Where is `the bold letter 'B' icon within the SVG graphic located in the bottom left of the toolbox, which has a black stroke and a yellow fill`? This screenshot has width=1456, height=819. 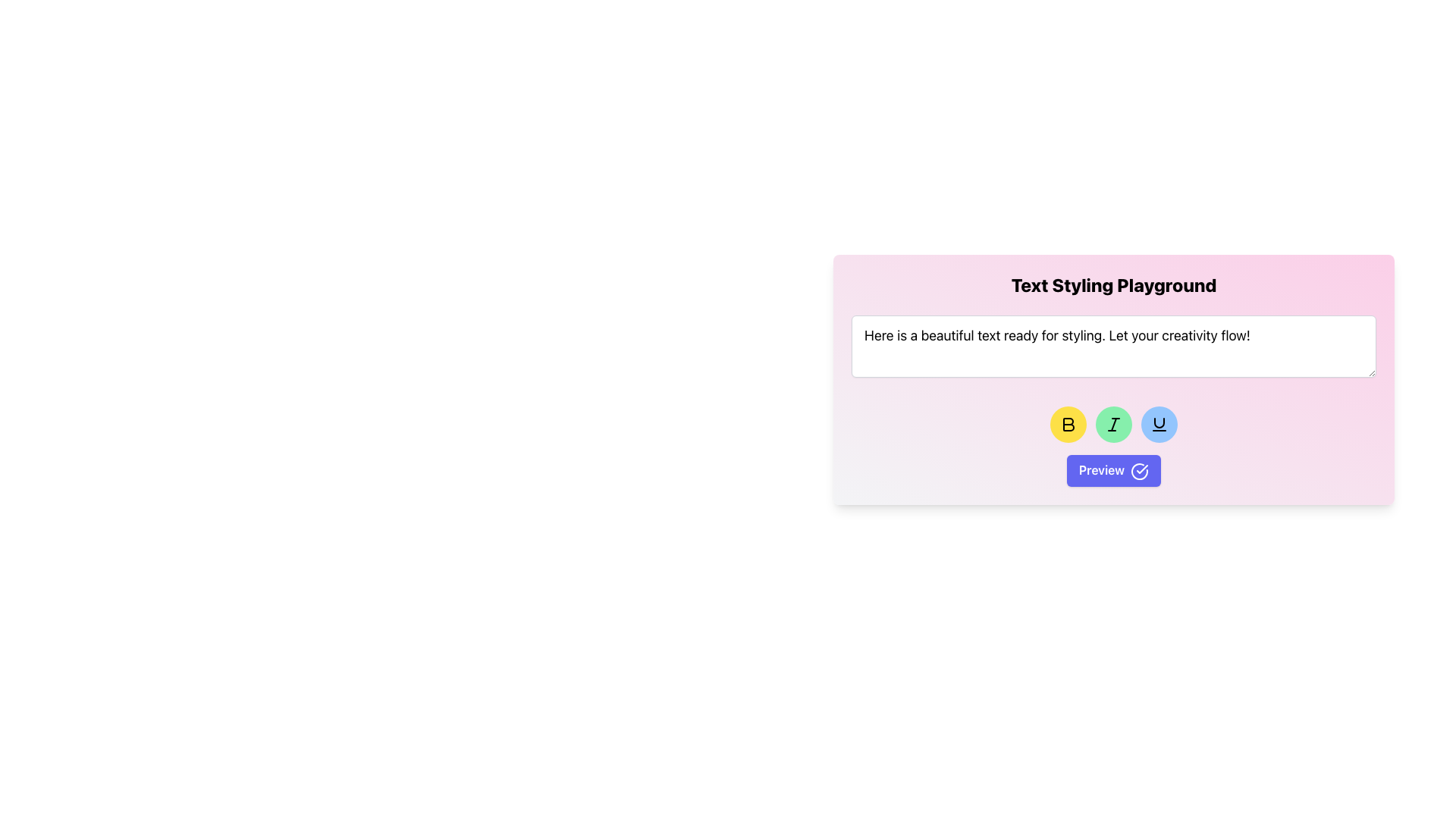 the bold letter 'B' icon within the SVG graphic located in the bottom left of the toolbox, which has a black stroke and a yellow fill is located at coordinates (1068, 424).